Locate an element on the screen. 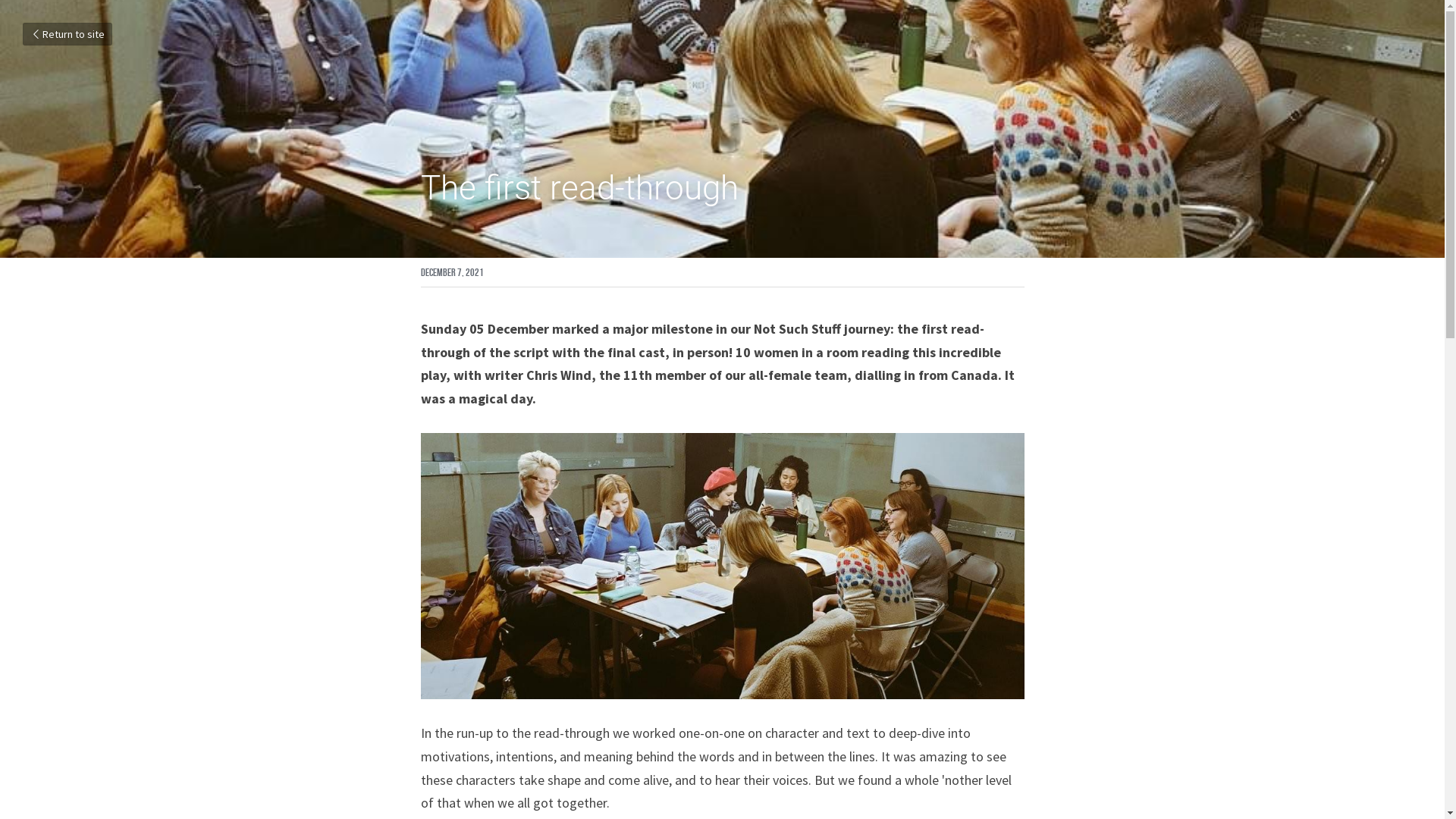 This screenshot has width=1456, height=819. 'Return to site' is located at coordinates (67, 34).